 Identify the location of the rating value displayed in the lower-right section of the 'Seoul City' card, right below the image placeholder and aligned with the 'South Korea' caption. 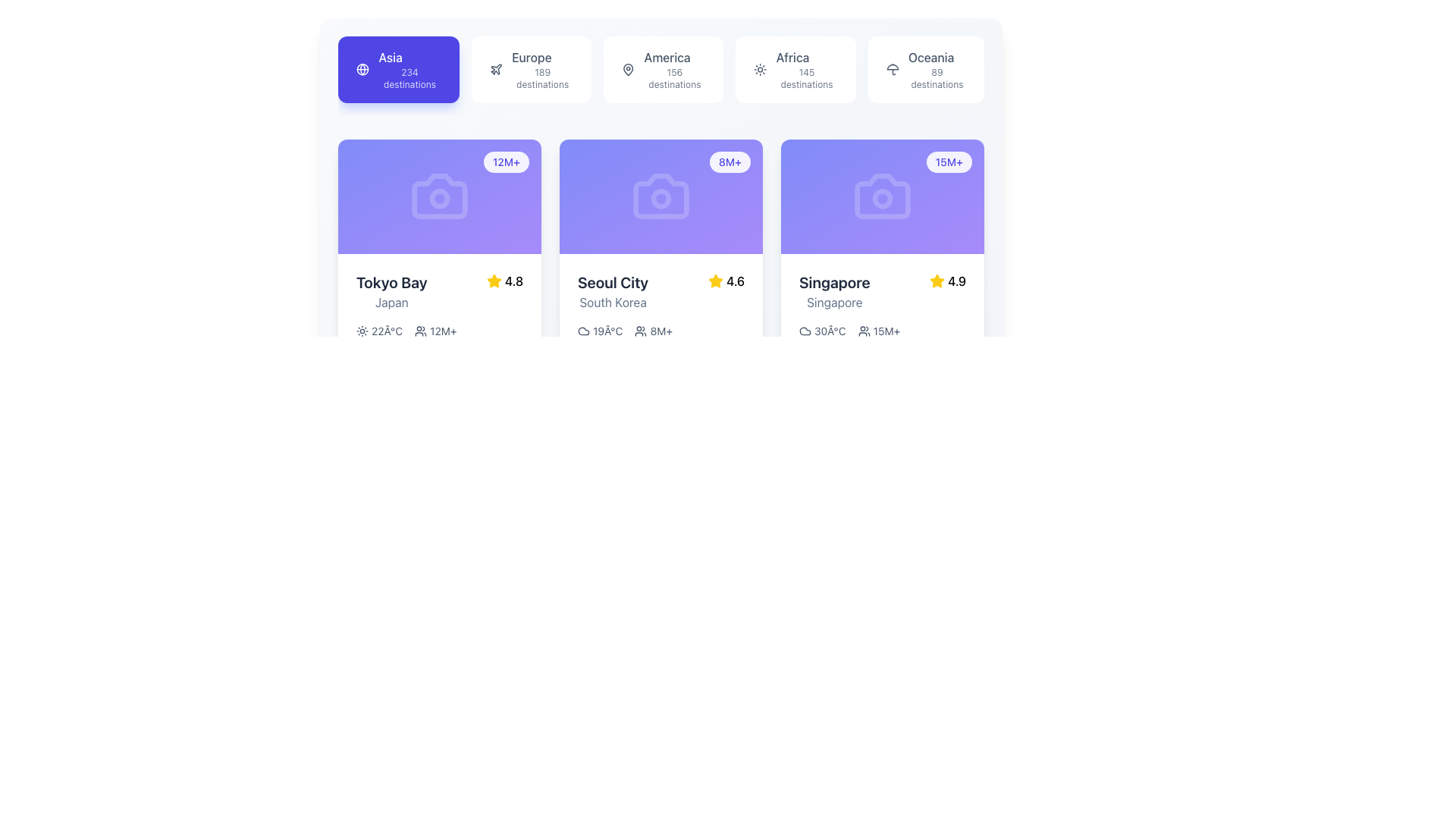
(726, 281).